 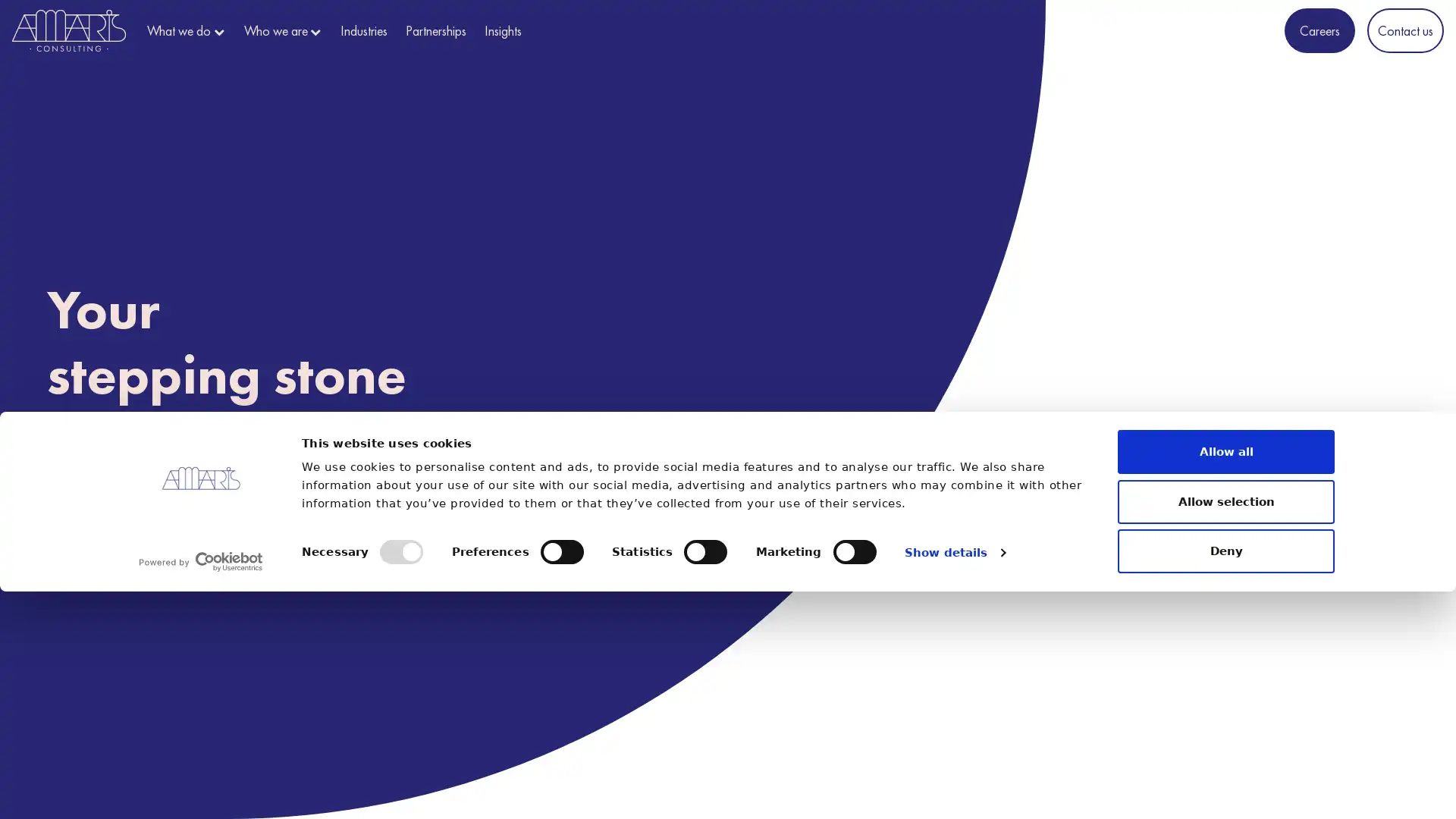 I want to click on Allow selection, so click(x=1226, y=727).